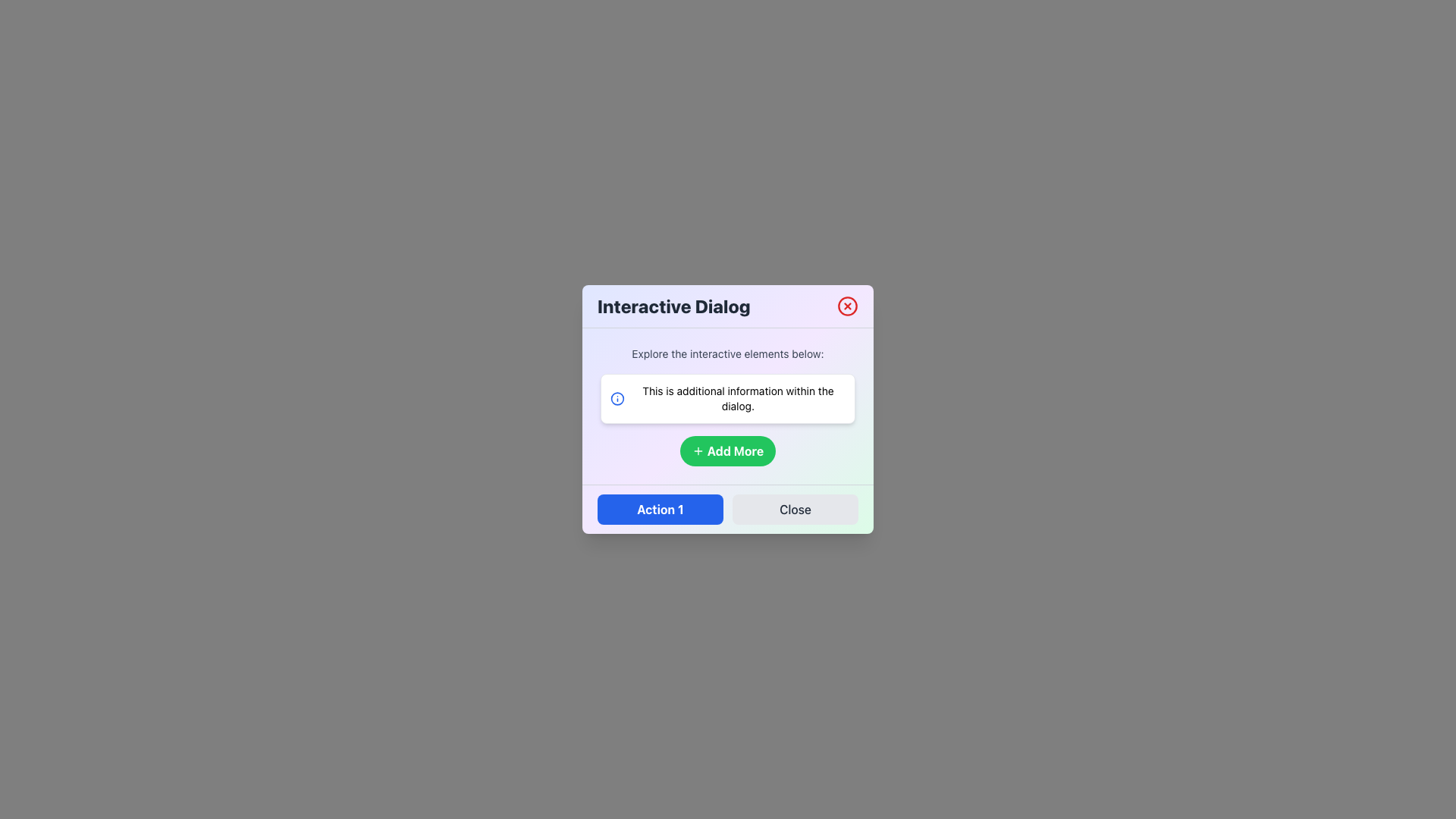 This screenshot has height=819, width=1456. Describe the element at coordinates (735, 450) in the screenshot. I see `the 'Add More' button, which is a text label styled with bold white text on a green background, located centrally at the bottom of the dialog interface` at that location.